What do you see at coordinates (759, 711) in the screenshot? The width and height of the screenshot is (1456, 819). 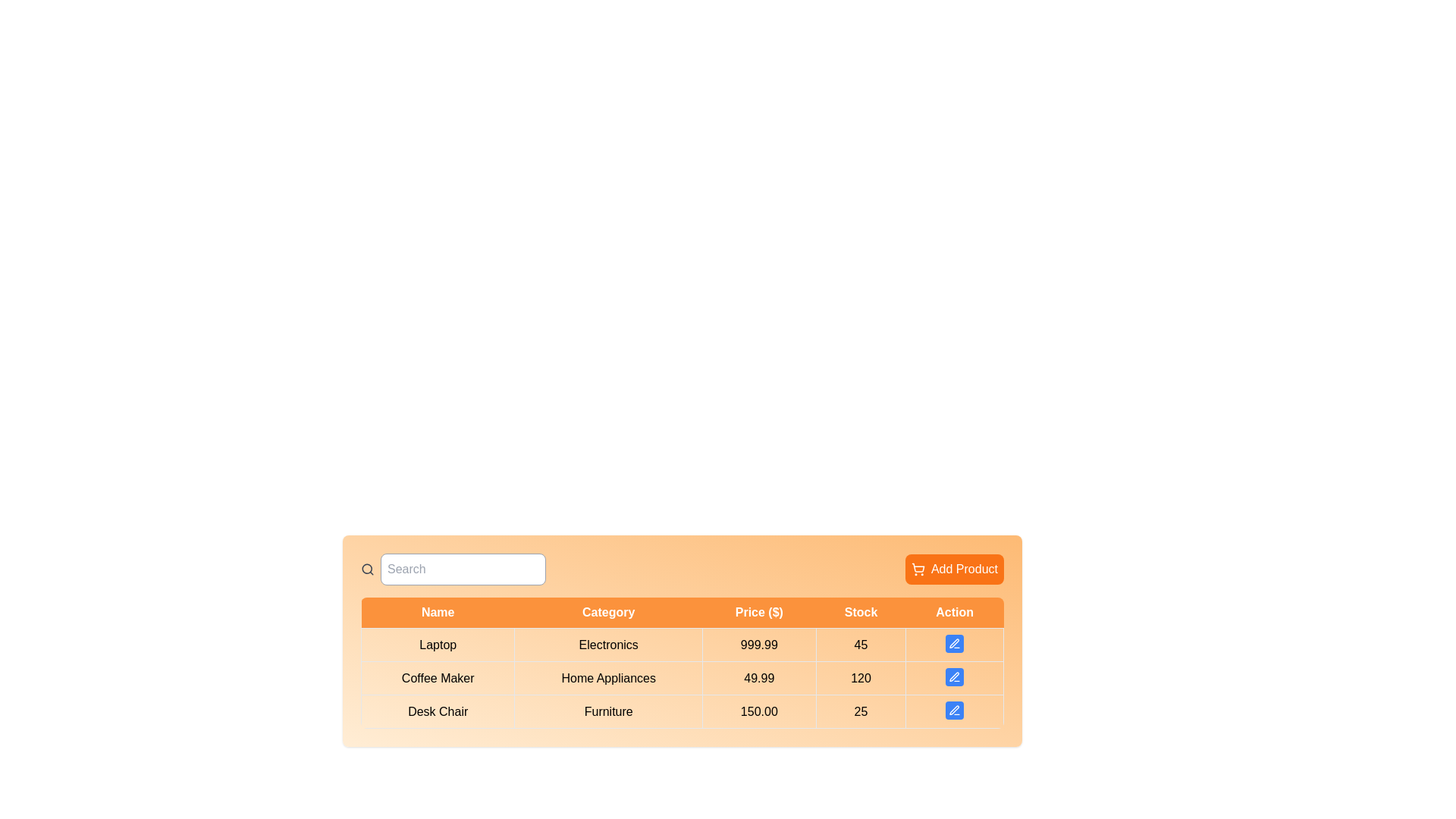 I see `the table cell displaying the price '$150.00' for the item 'Desk Chair' located in the third row under the 'Price ($)' header` at bounding box center [759, 711].